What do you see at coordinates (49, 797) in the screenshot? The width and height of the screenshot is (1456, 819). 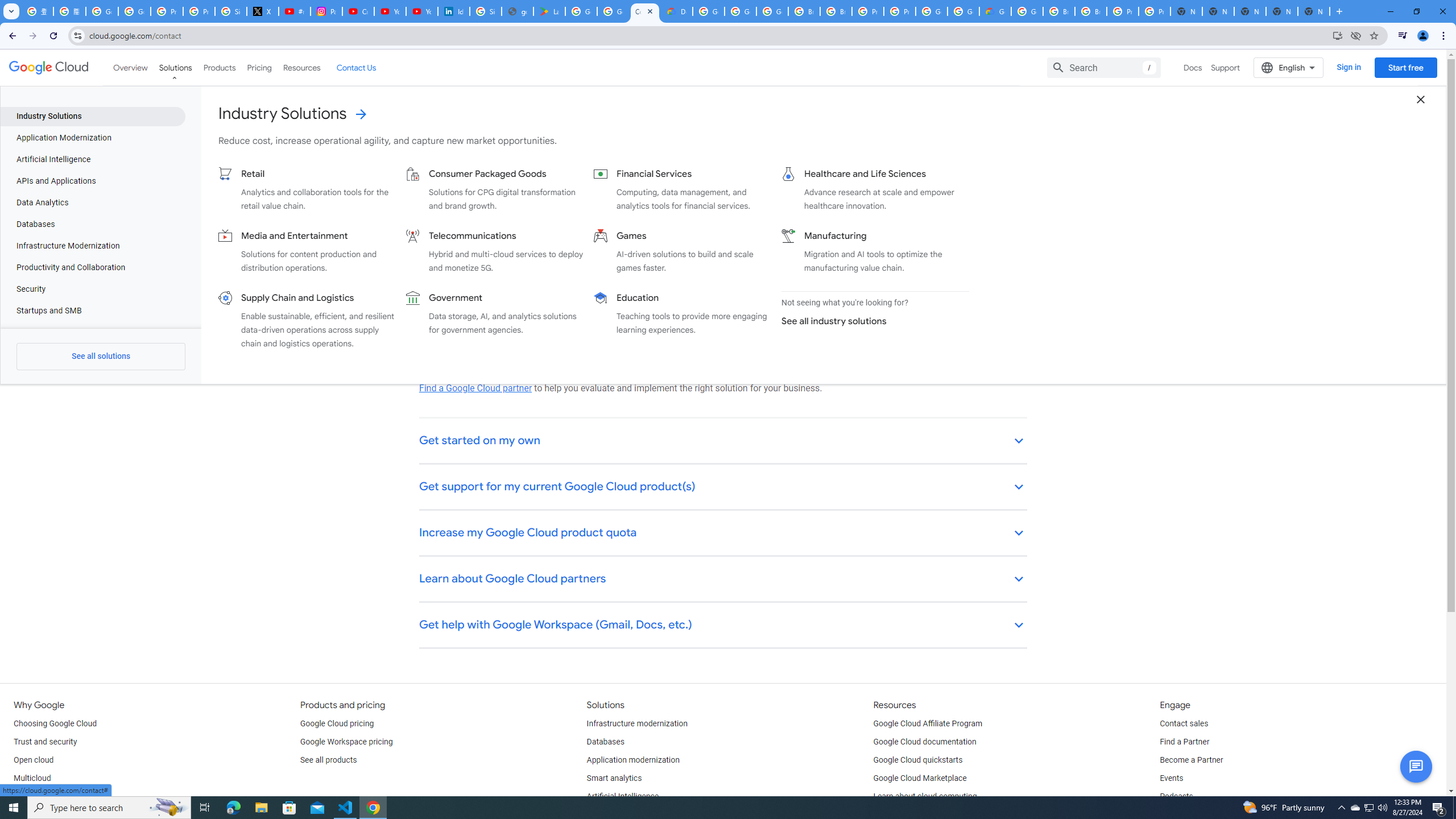 I see `'Global infrastructure'` at bounding box center [49, 797].